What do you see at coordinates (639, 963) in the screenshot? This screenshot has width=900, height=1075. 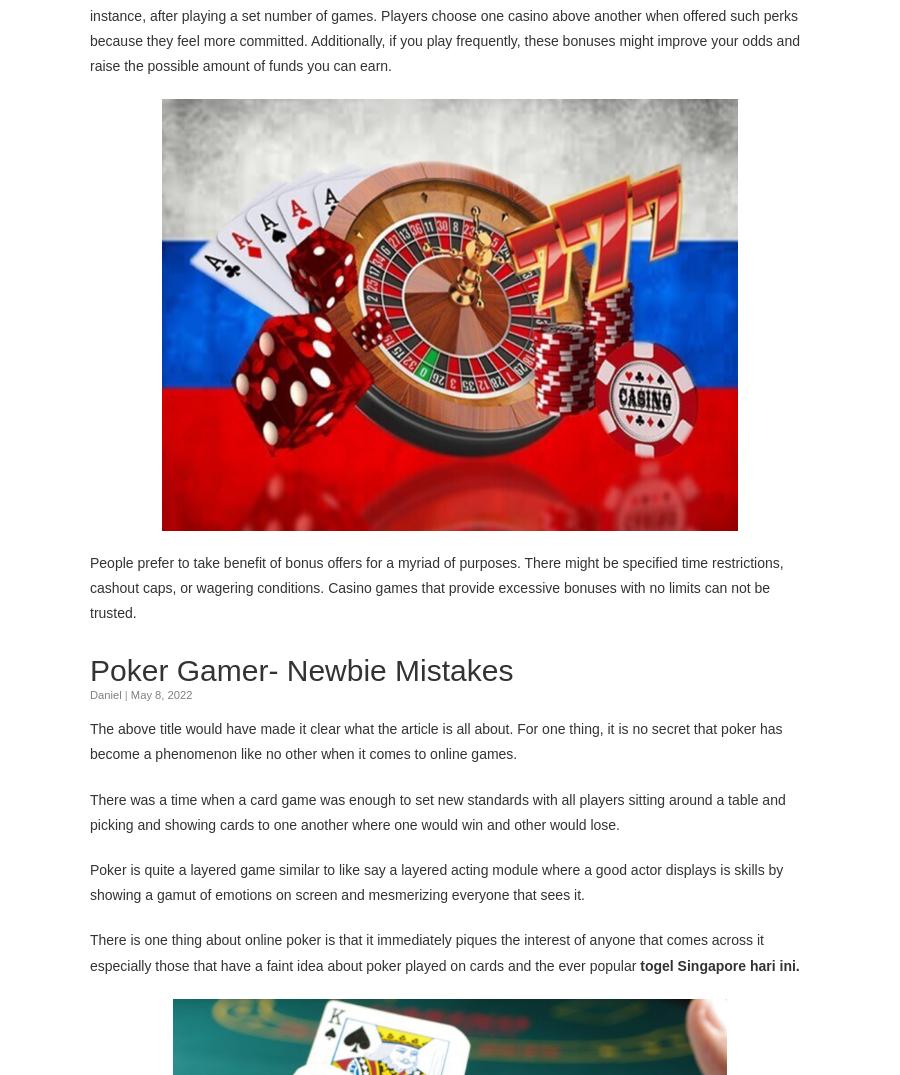 I see `'togel Singapore hari ini'` at bounding box center [639, 963].